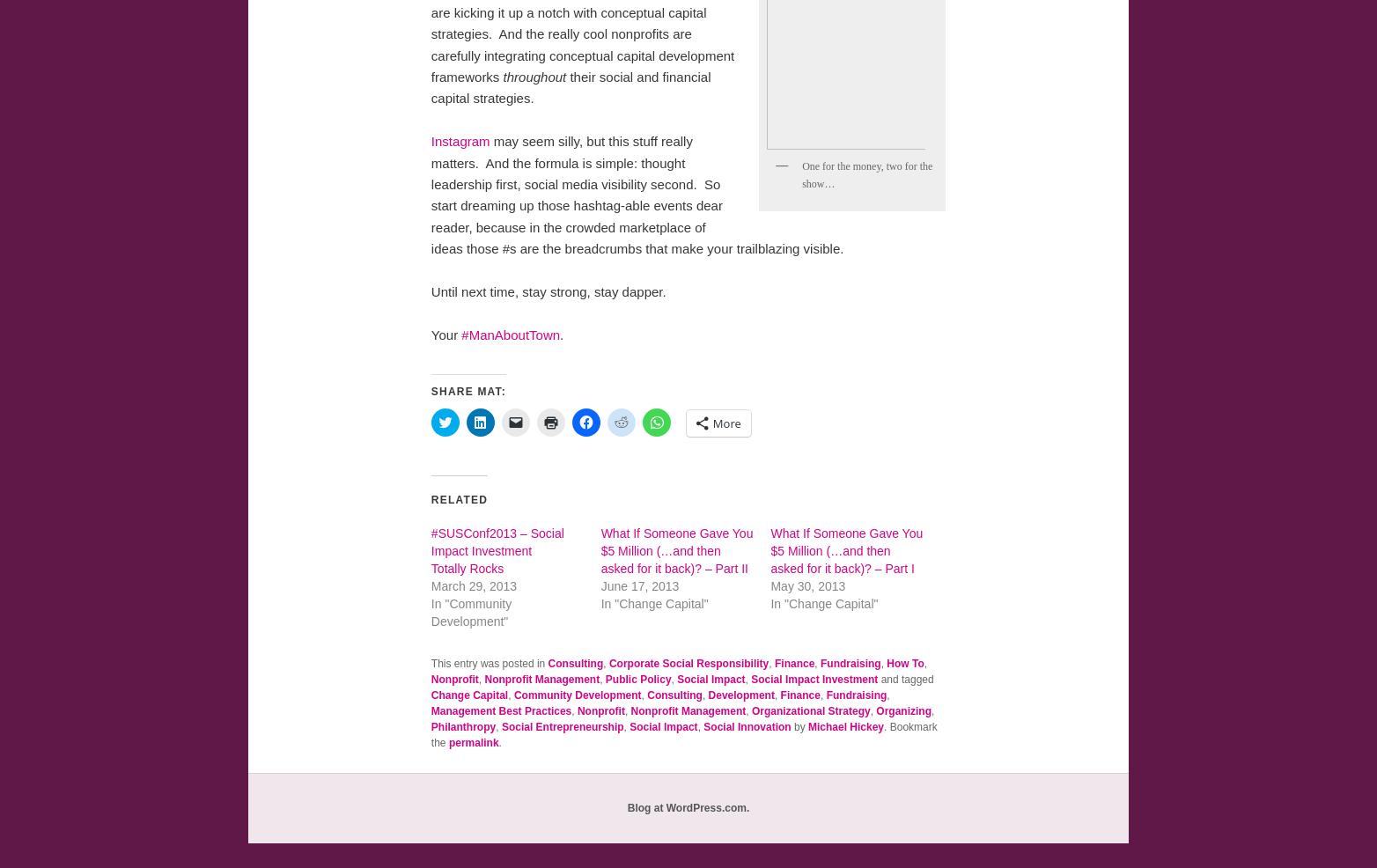 The width and height of the screenshot is (1377, 868). What do you see at coordinates (846, 725) in the screenshot?
I see `'Michael Hickey'` at bounding box center [846, 725].